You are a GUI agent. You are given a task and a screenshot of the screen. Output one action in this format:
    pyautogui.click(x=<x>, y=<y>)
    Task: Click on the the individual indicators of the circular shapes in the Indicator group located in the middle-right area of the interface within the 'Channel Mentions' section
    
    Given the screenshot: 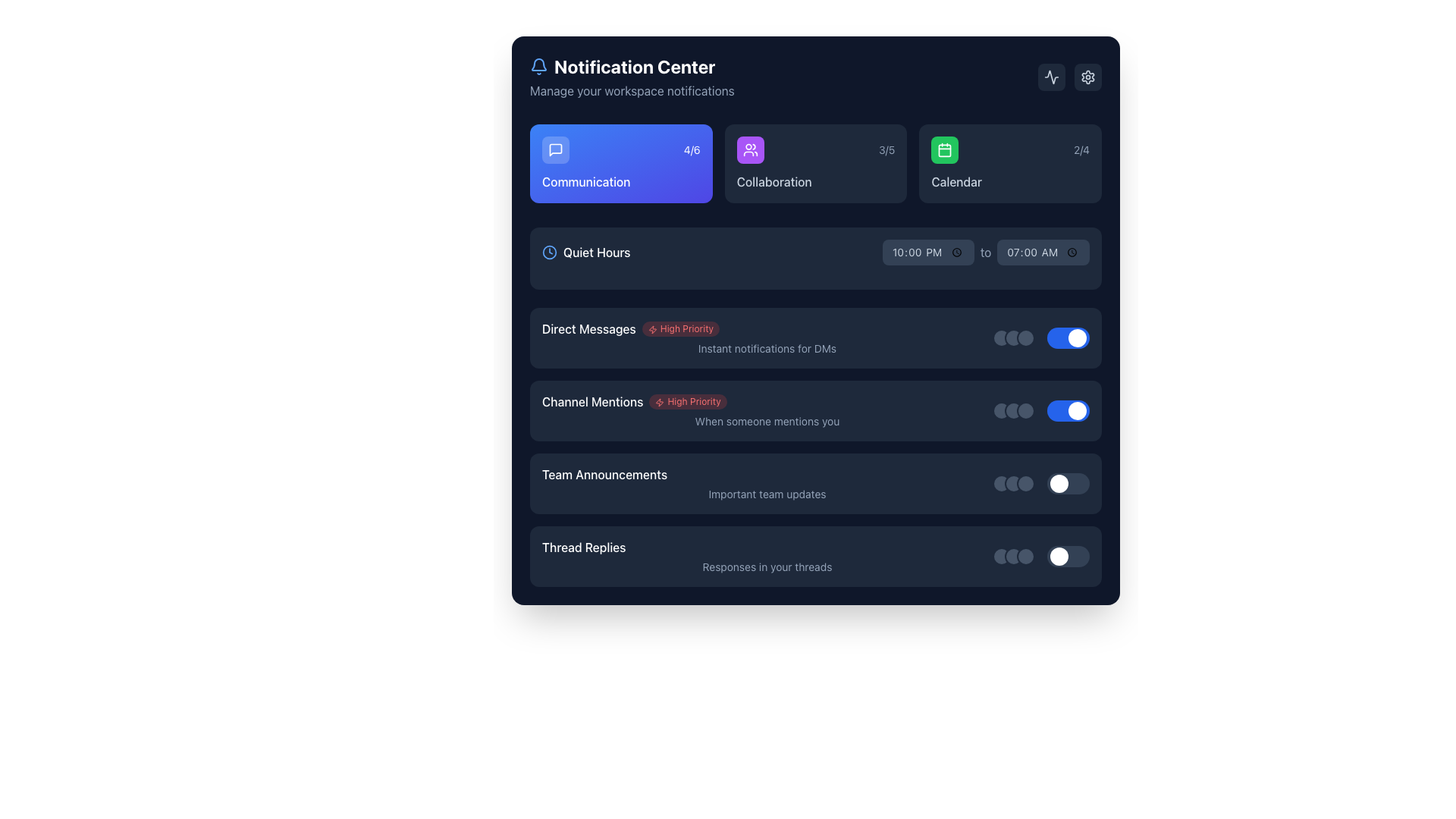 What is the action you would take?
    pyautogui.click(x=1014, y=411)
    